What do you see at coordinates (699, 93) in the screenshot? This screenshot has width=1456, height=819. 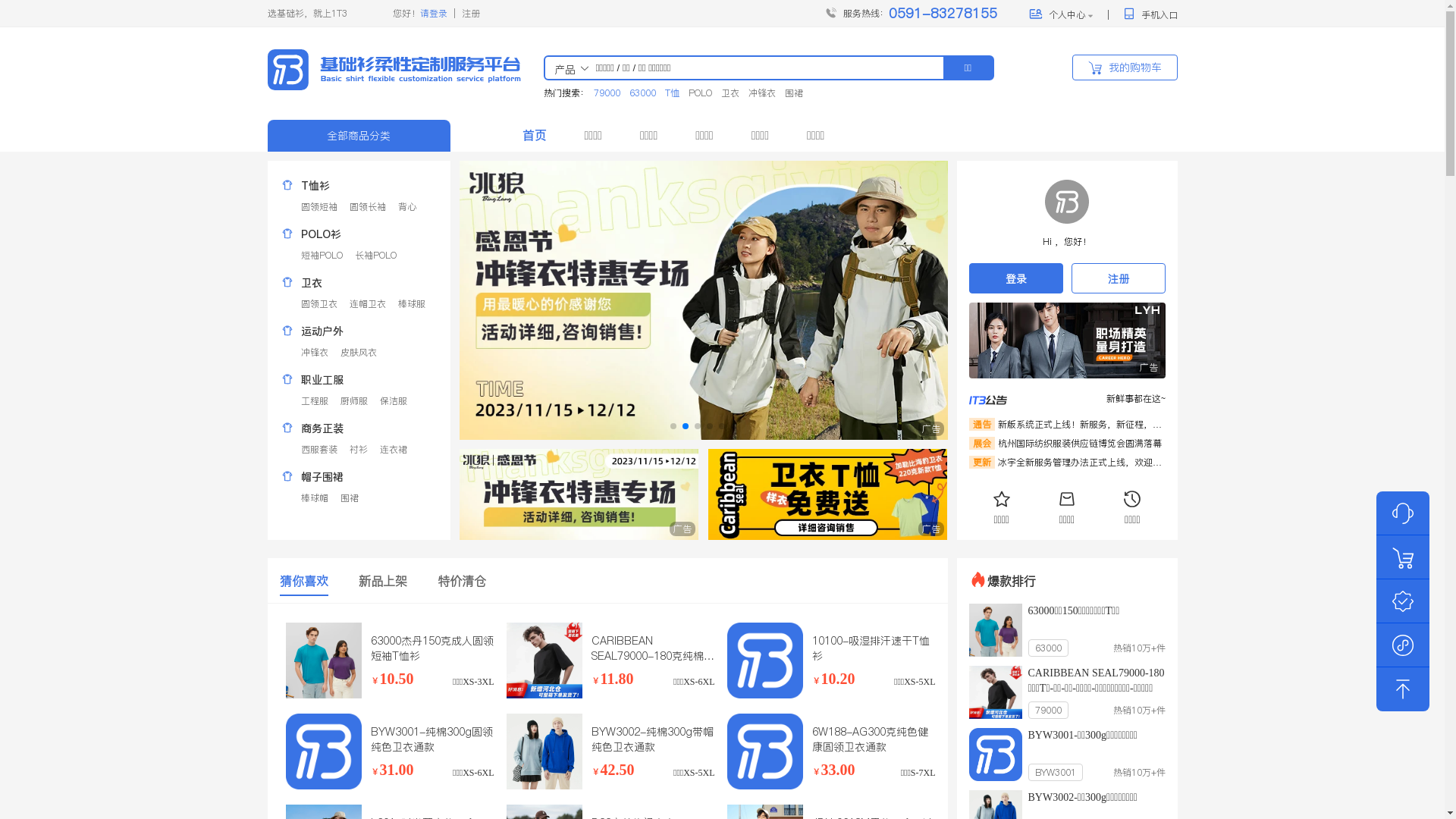 I see `'POLO'` at bounding box center [699, 93].